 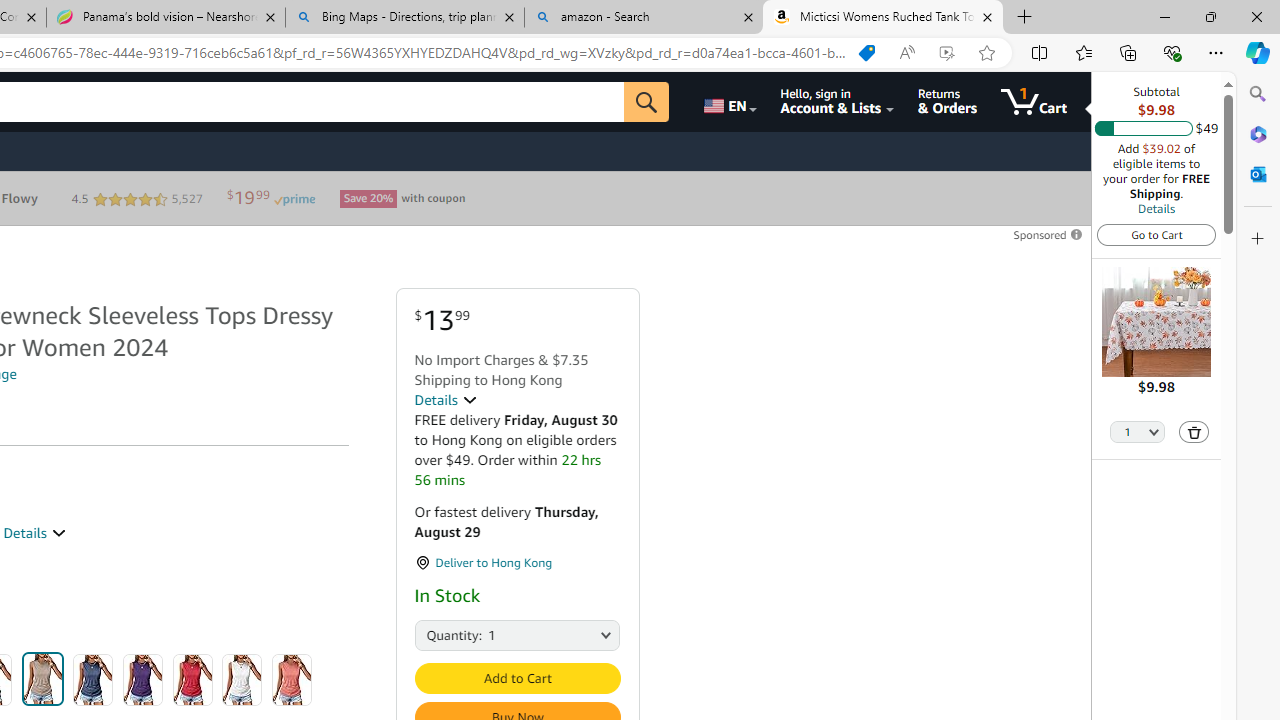 I want to click on 'Enhance video', so click(x=945, y=52).